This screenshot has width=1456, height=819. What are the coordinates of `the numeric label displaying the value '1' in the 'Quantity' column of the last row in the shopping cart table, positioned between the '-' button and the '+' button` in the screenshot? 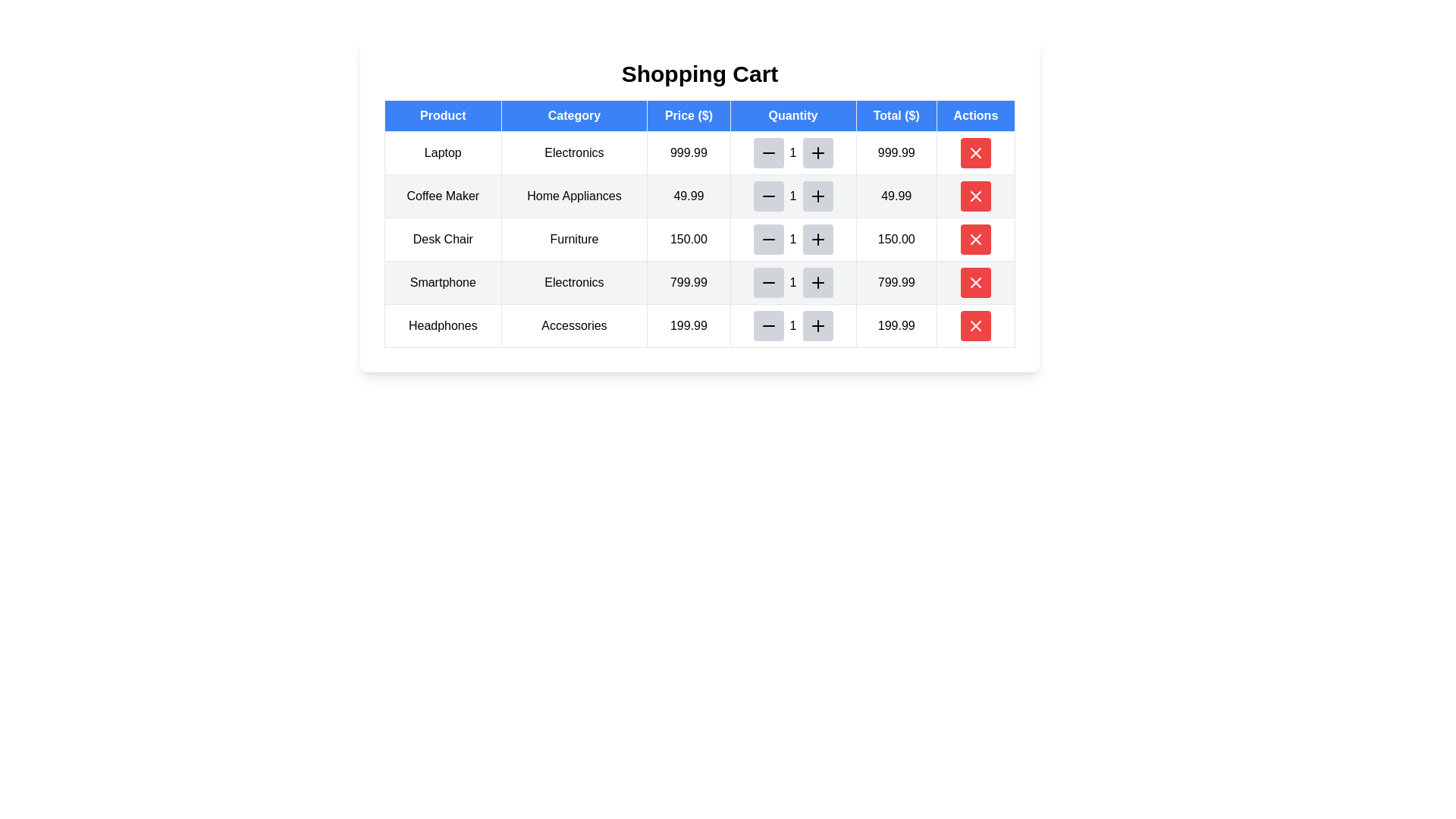 It's located at (792, 325).